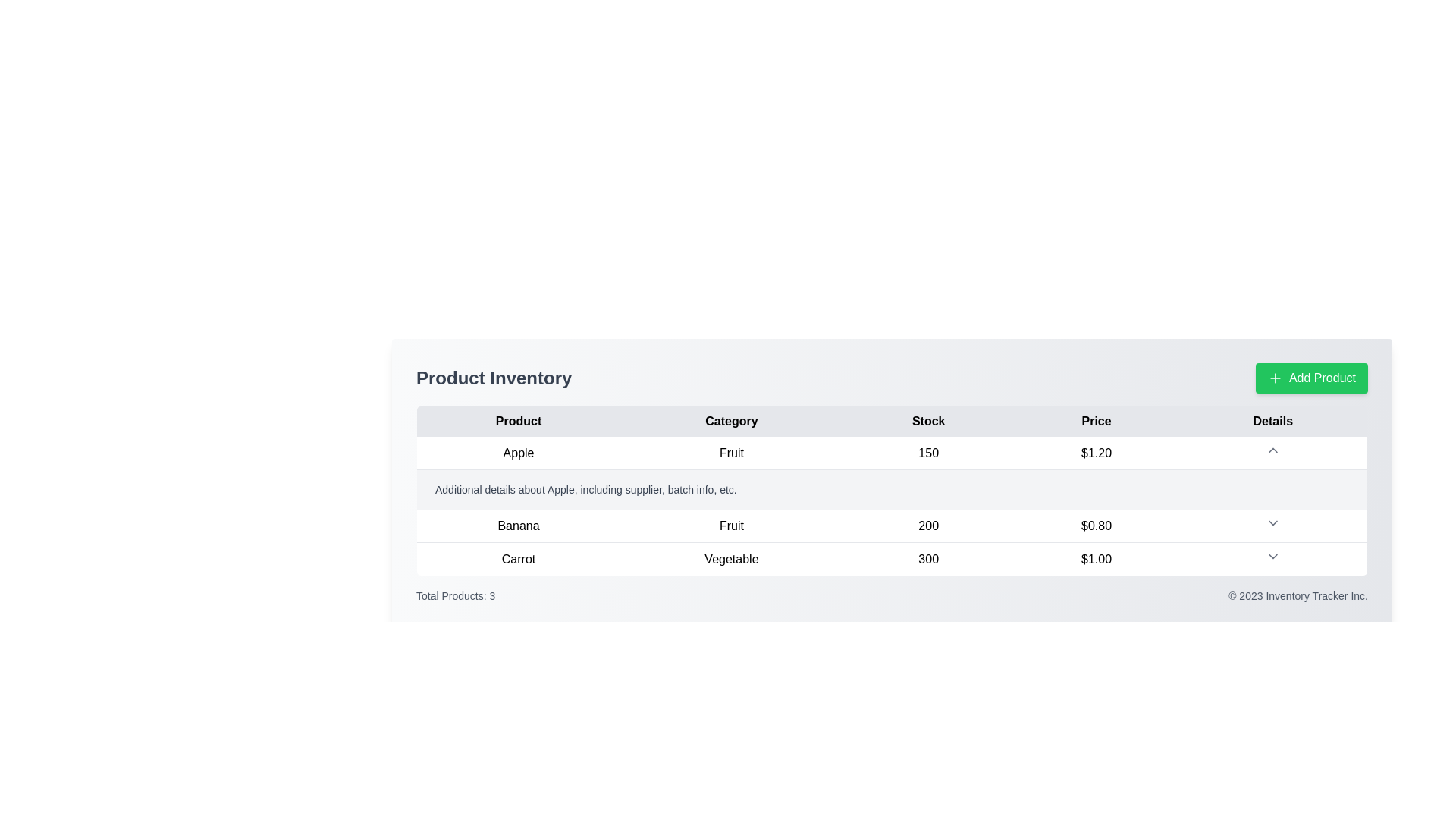 The image size is (1456, 819). I want to click on the text label indicating the quantity of 'Banana' in stock, located in the 'Stock' column of the fifth row of the table, so click(927, 525).